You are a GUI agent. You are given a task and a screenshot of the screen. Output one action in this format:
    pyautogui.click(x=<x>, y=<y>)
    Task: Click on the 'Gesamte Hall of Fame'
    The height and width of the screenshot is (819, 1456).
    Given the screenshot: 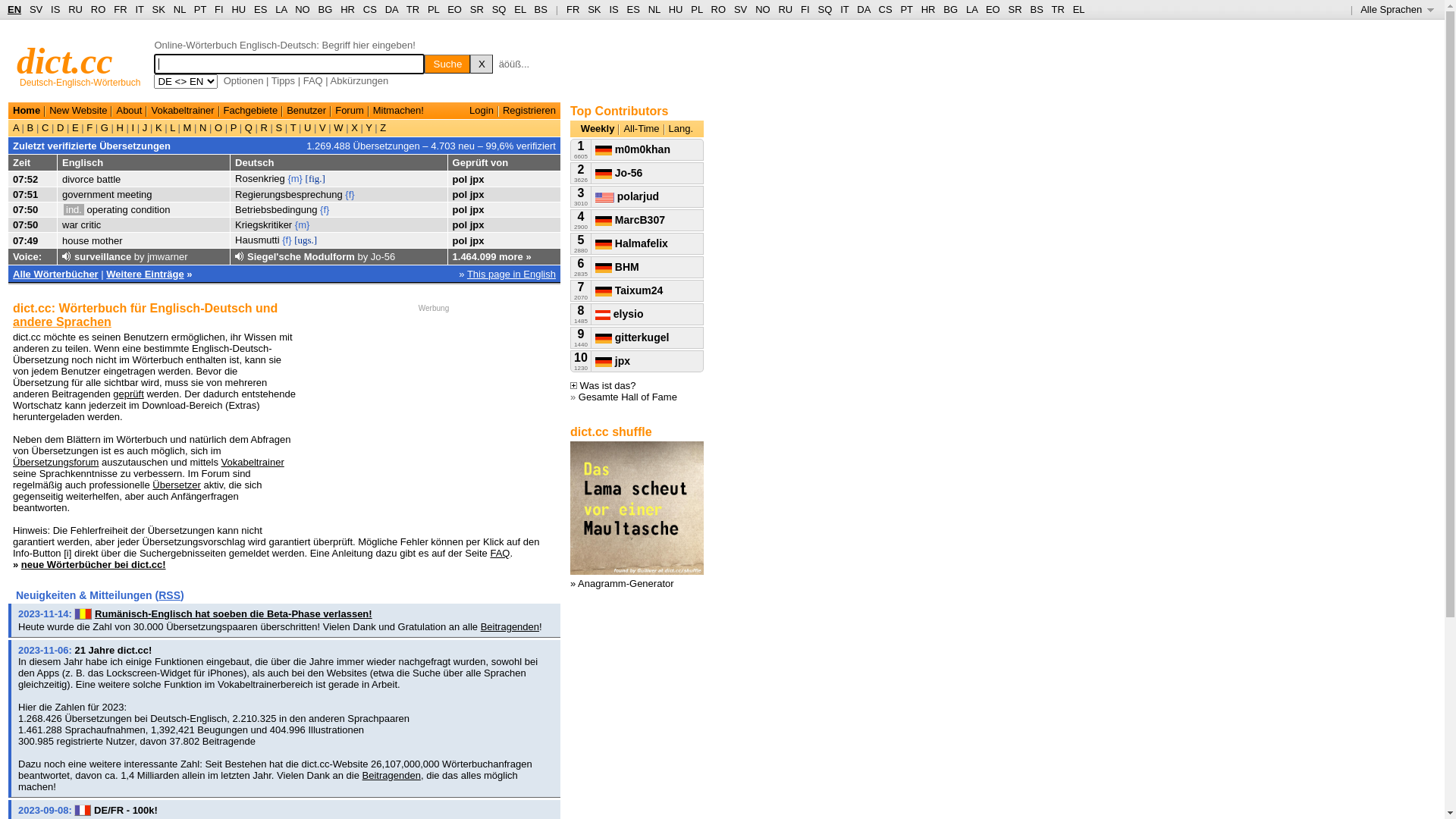 What is the action you would take?
    pyautogui.click(x=628, y=396)
    